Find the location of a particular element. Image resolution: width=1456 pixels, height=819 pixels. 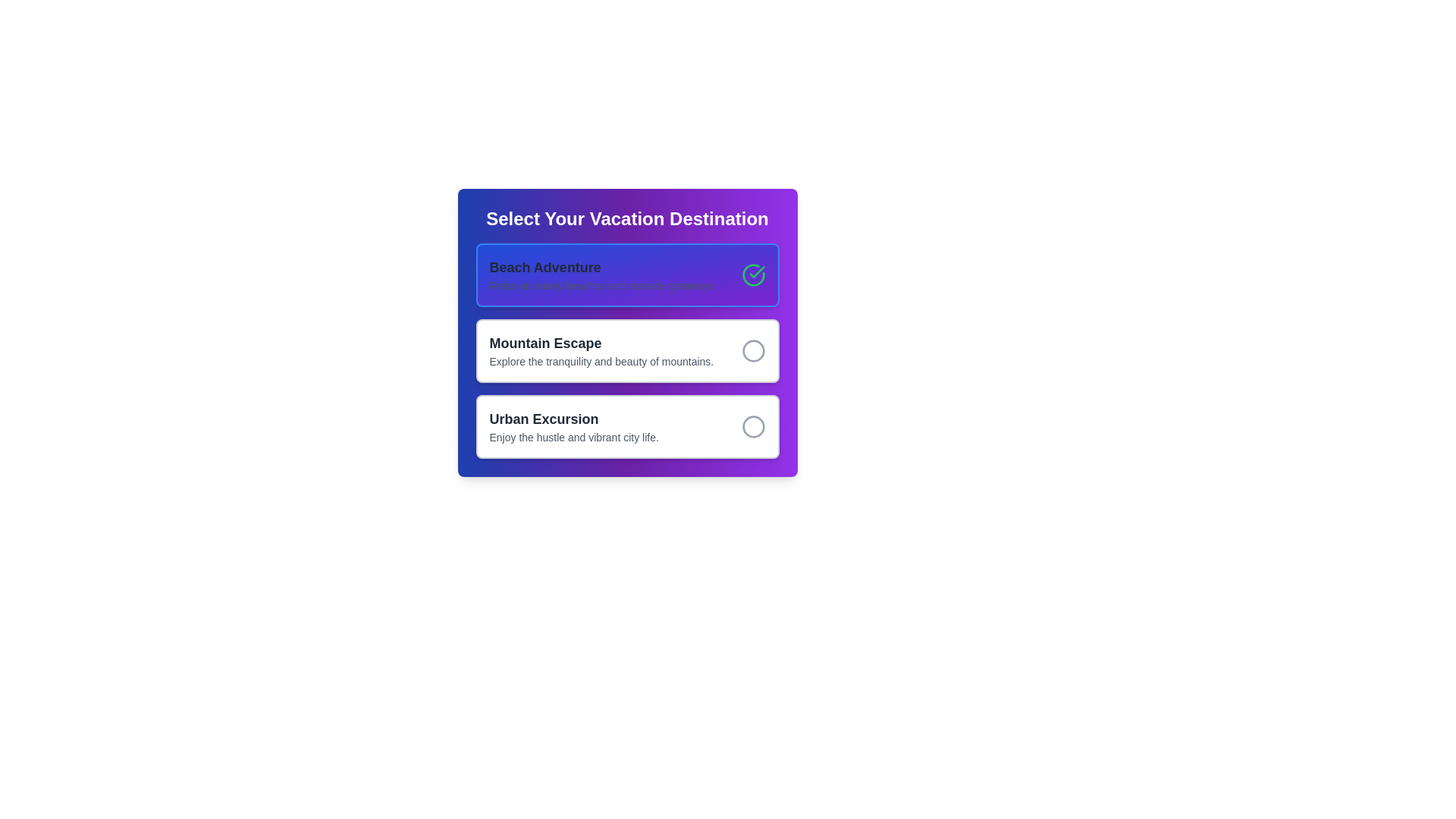

information displayed in the text block for the 'Urban Excursion' vacation option, which is the third option in the list is located at coordinates (573, 427).